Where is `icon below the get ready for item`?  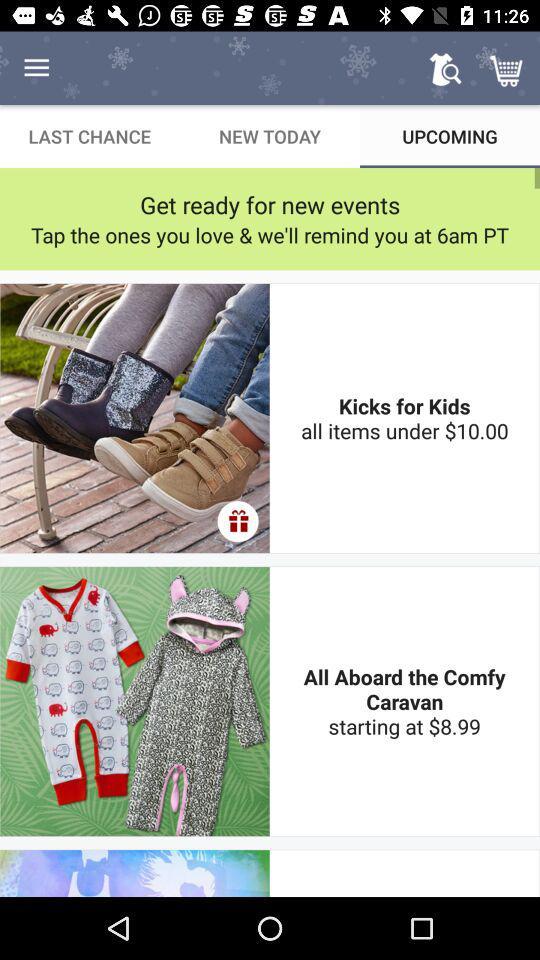
icon below the get ready for item is located at coordinates (270, 235).